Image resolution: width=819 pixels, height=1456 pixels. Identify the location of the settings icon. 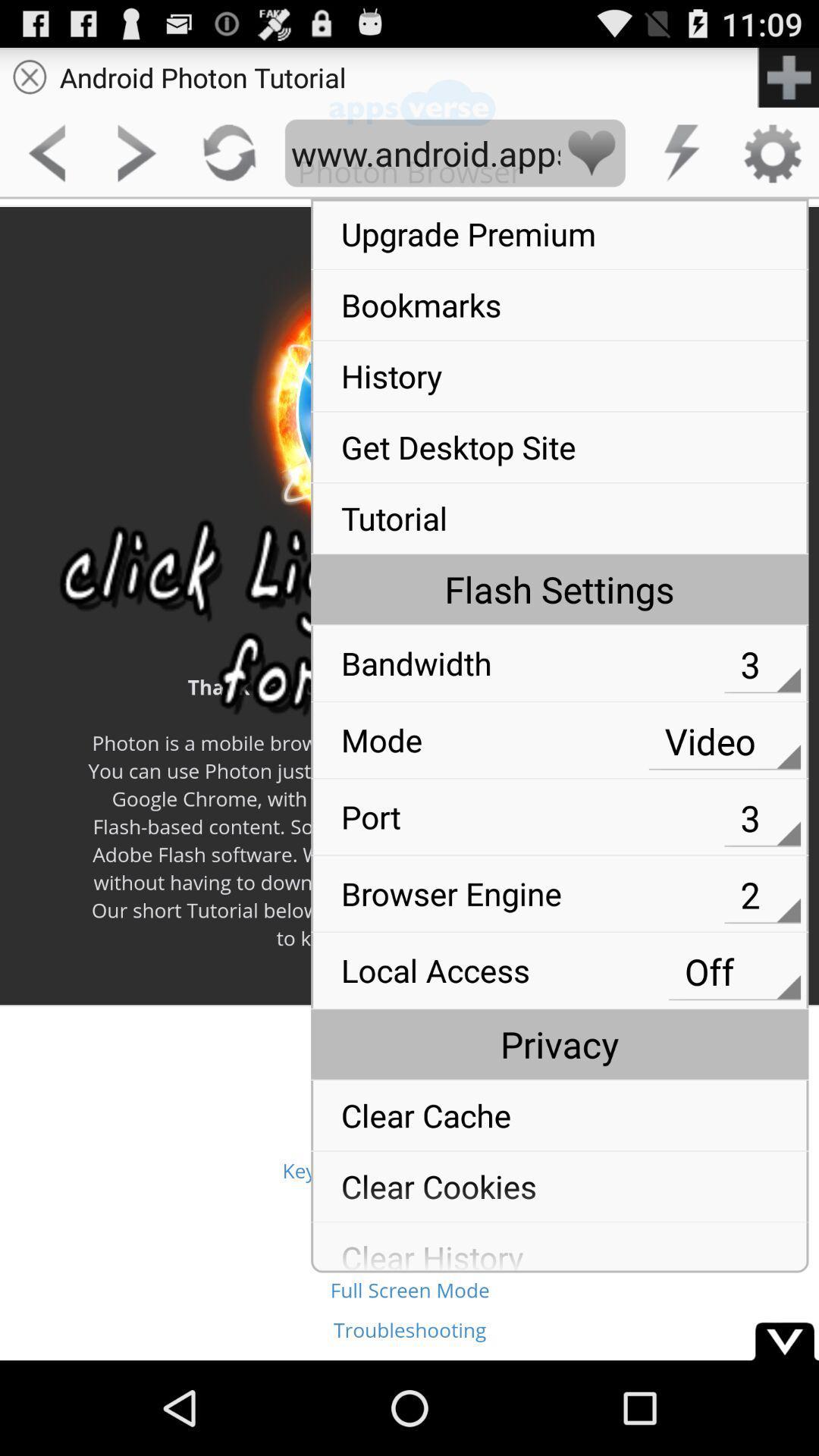
(773, 164).